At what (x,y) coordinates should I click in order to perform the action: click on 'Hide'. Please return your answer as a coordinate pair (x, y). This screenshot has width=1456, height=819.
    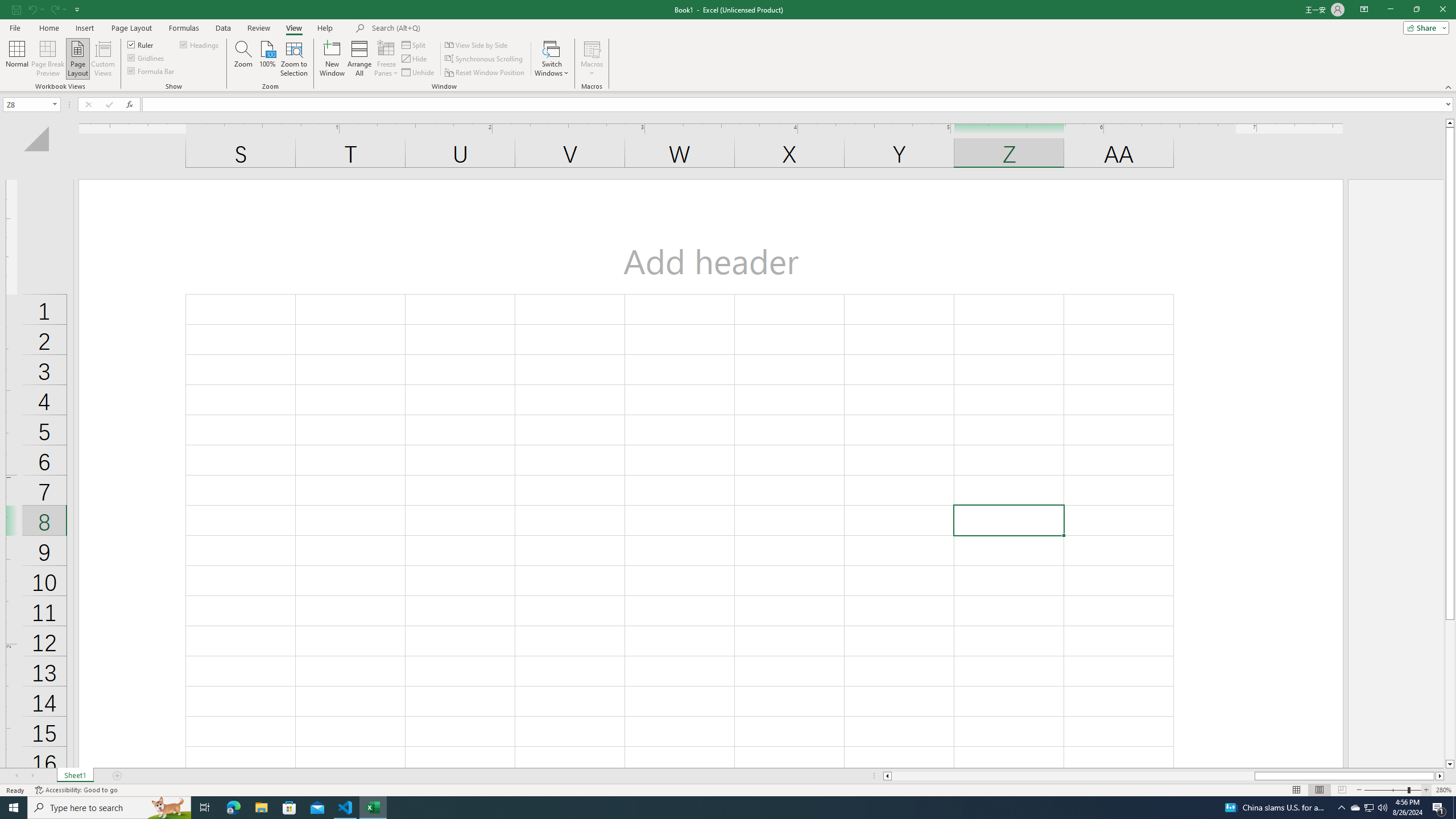
    Looking at the image, I should click on (415, 59).